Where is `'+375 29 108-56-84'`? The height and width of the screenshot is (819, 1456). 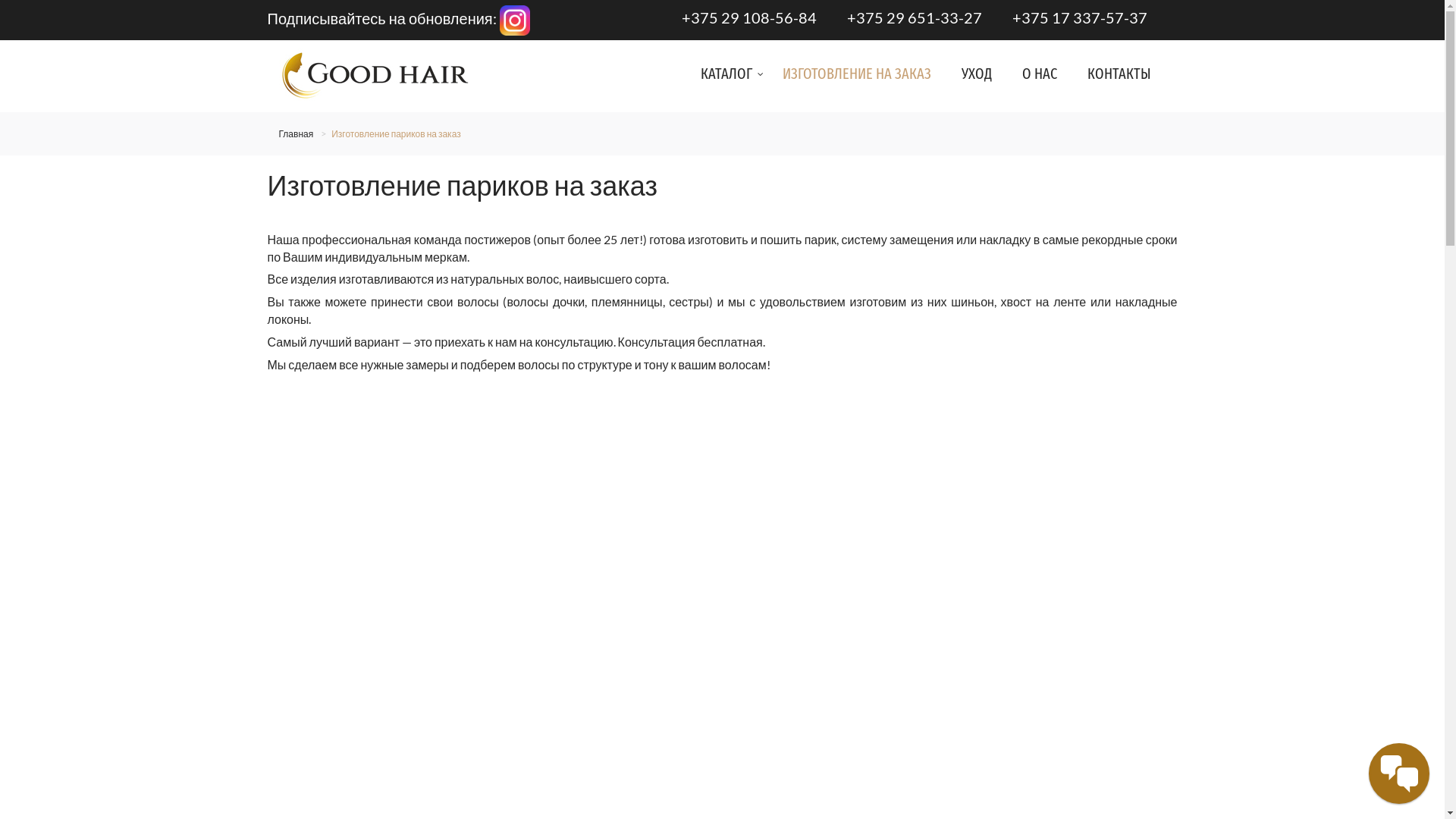
'+375 29 108-56-84' is located at coordinates (748, 17).